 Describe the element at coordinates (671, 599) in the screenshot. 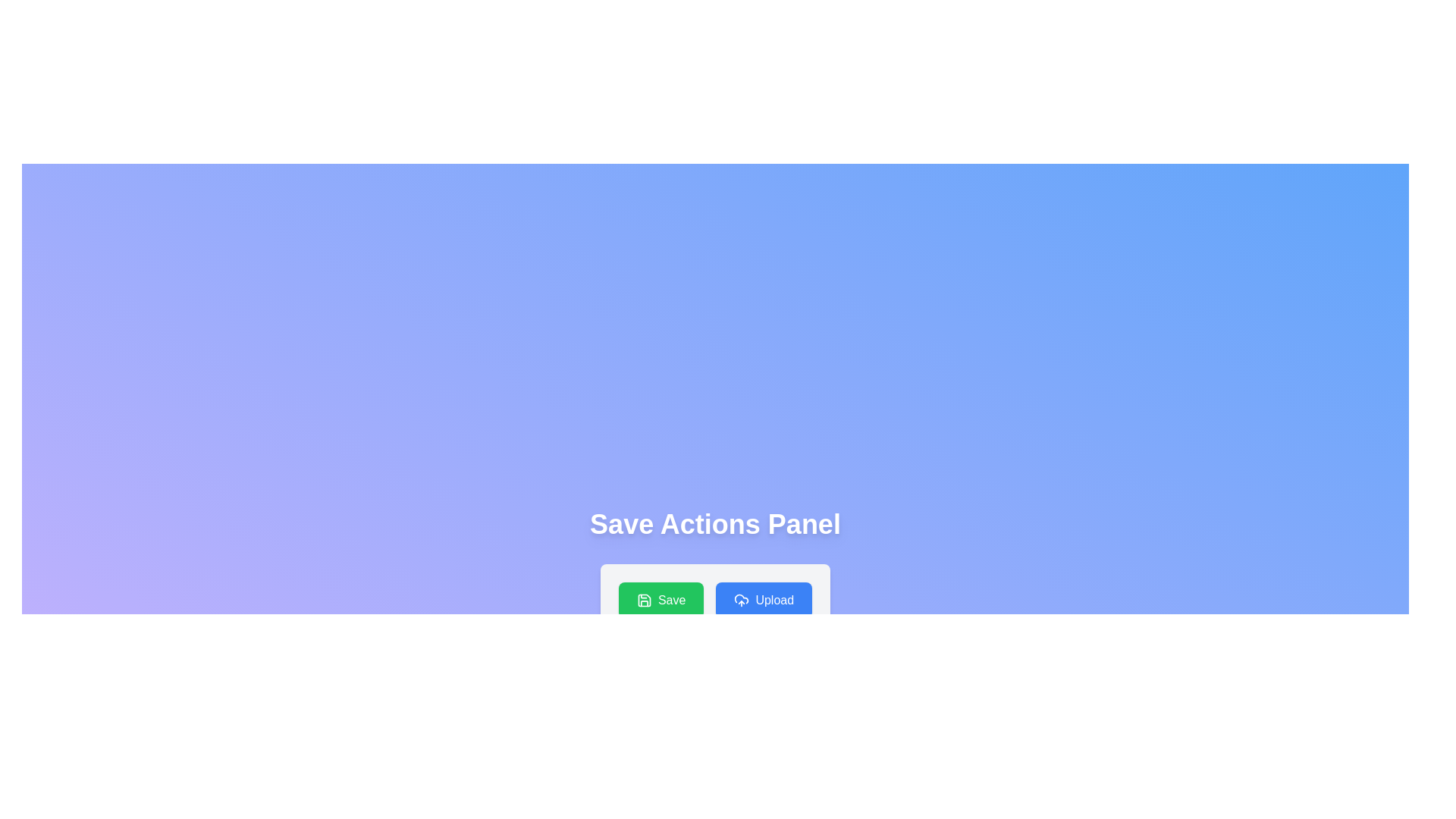

I see `the 'Save' button, which features white text on a green rounded rectangular background` at that location.